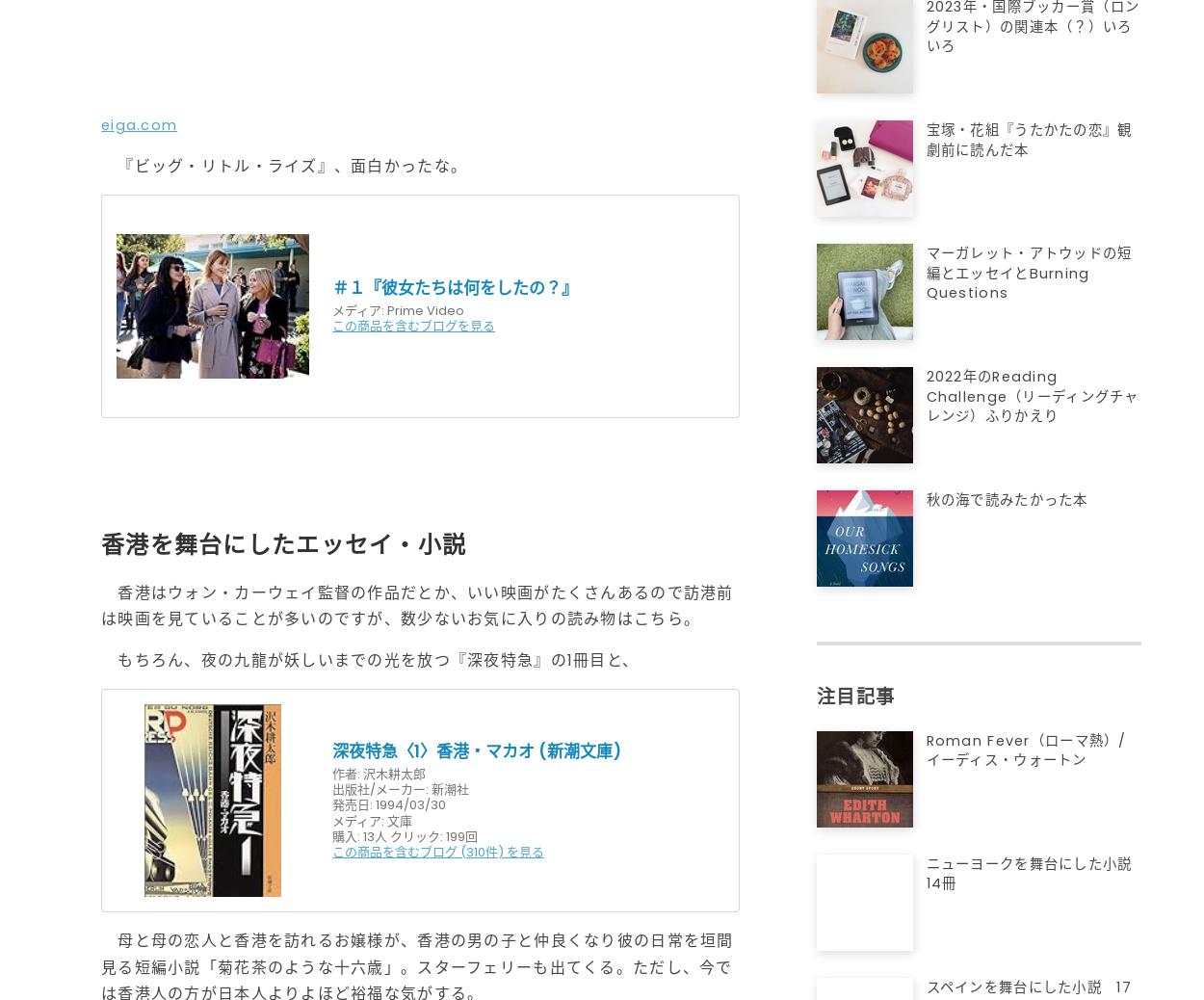 The image size is (1204, 1000). I want to click on 'この商品を含むブログ (310件) を見る', so click(437, 852).